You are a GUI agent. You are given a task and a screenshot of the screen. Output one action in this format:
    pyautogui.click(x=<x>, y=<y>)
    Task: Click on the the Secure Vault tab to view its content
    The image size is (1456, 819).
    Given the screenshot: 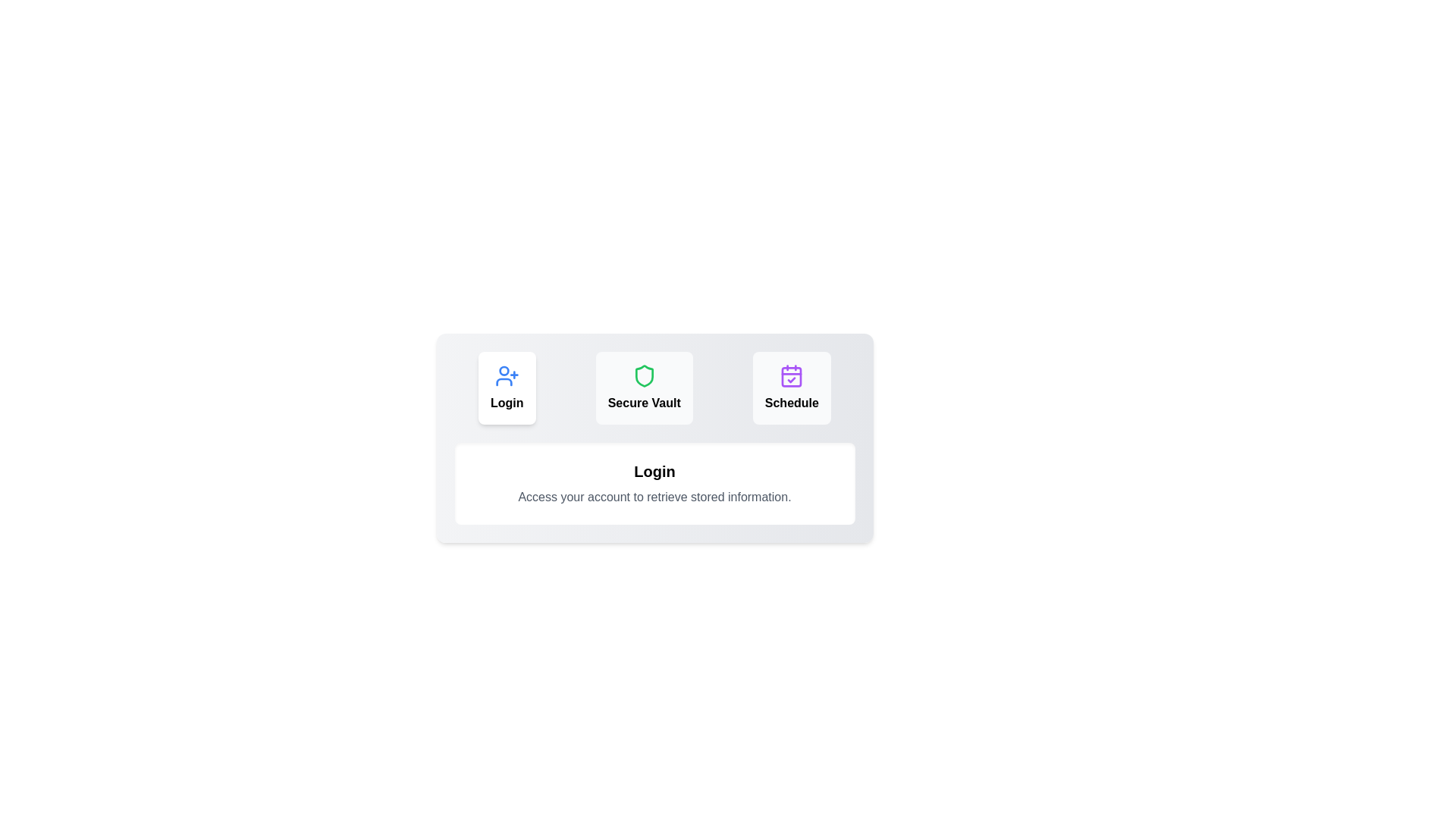 What is the action you would take?
    pyautogui.click(x=644, y=388)
    